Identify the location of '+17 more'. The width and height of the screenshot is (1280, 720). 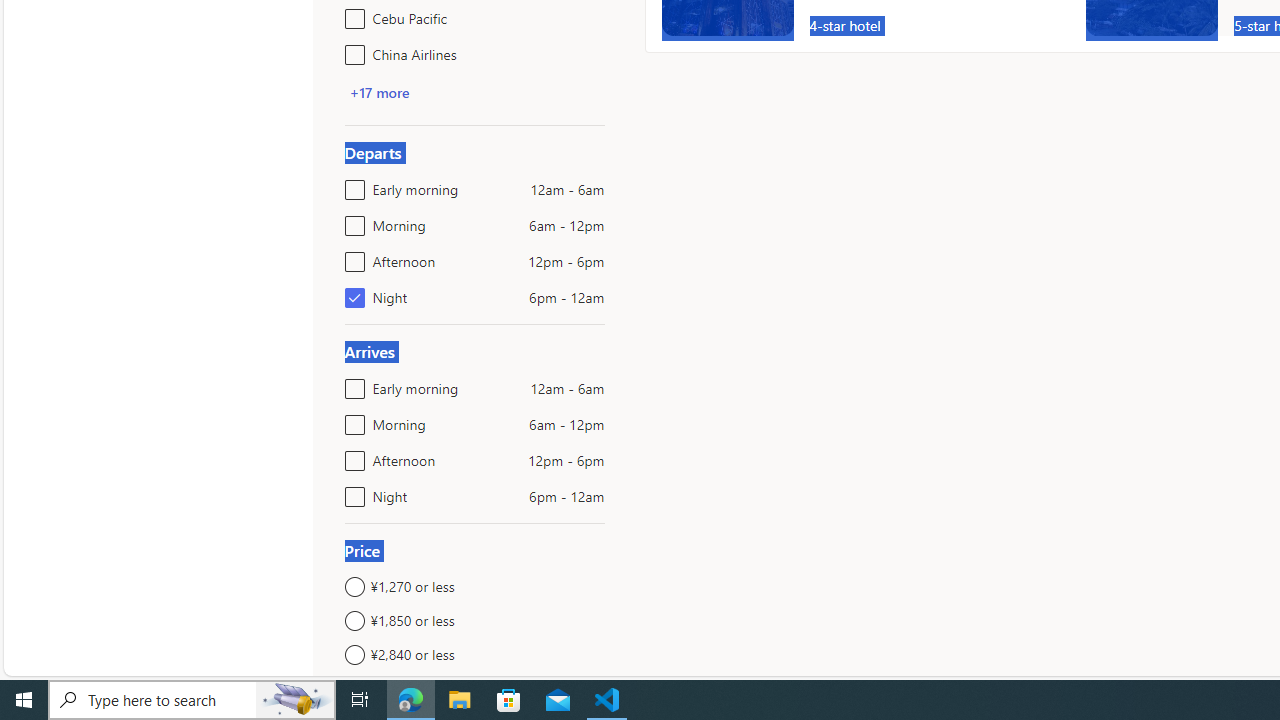
(379, 92).